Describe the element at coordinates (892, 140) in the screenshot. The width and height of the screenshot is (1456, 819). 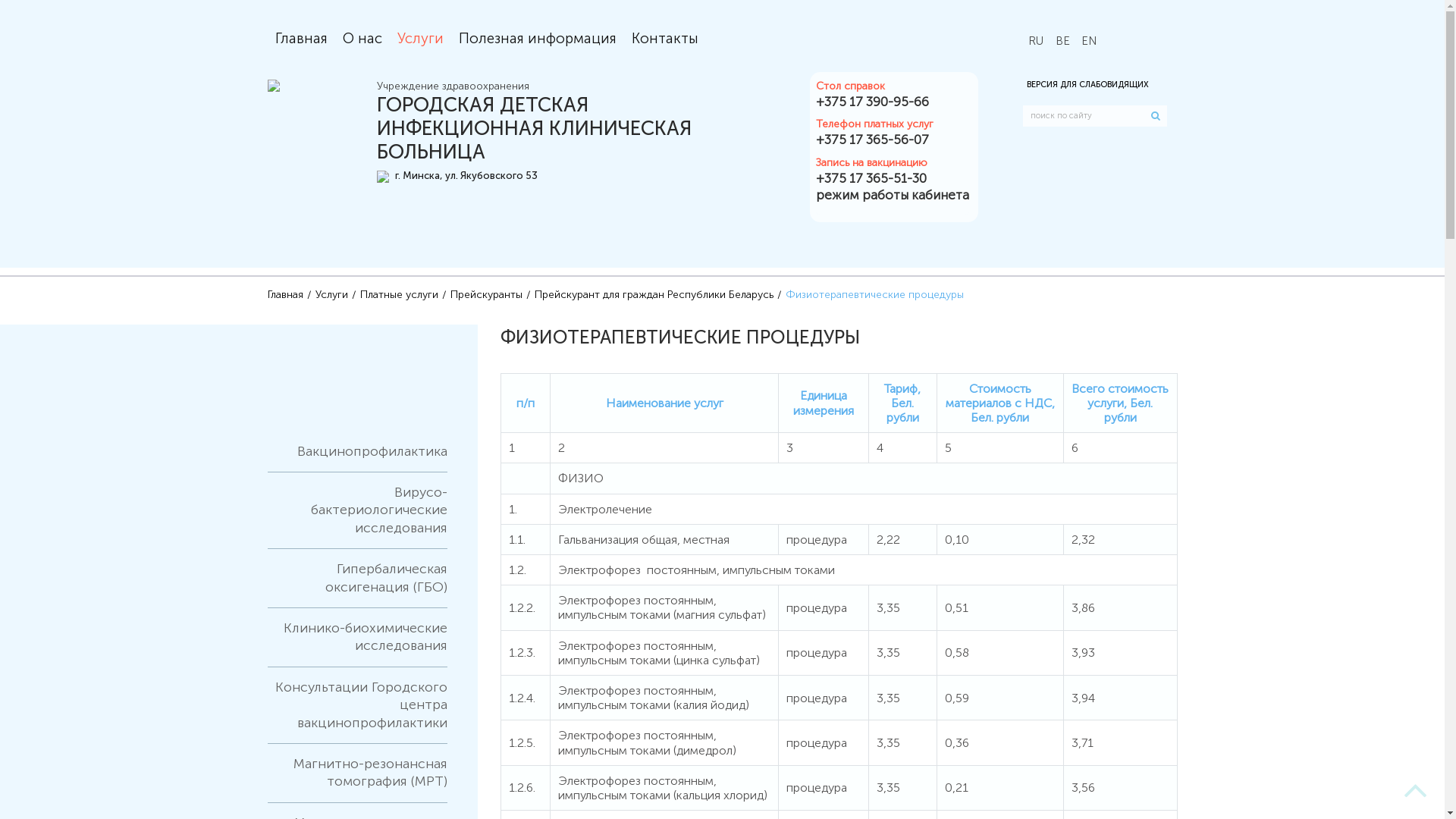
I see `'+375 17 365-56-07'` at that location.